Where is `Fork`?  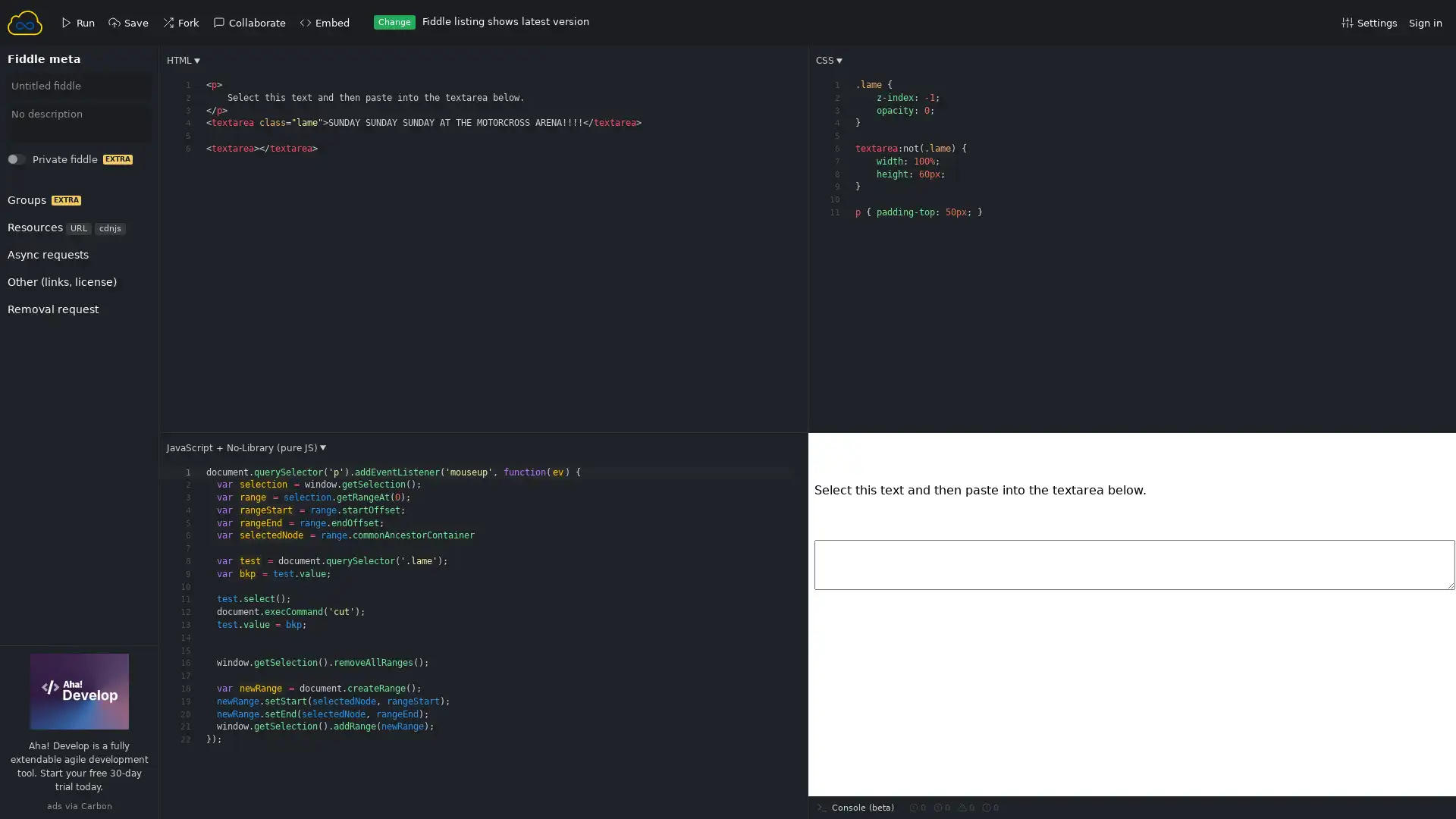 Fork is located at coordinates (31, 163).